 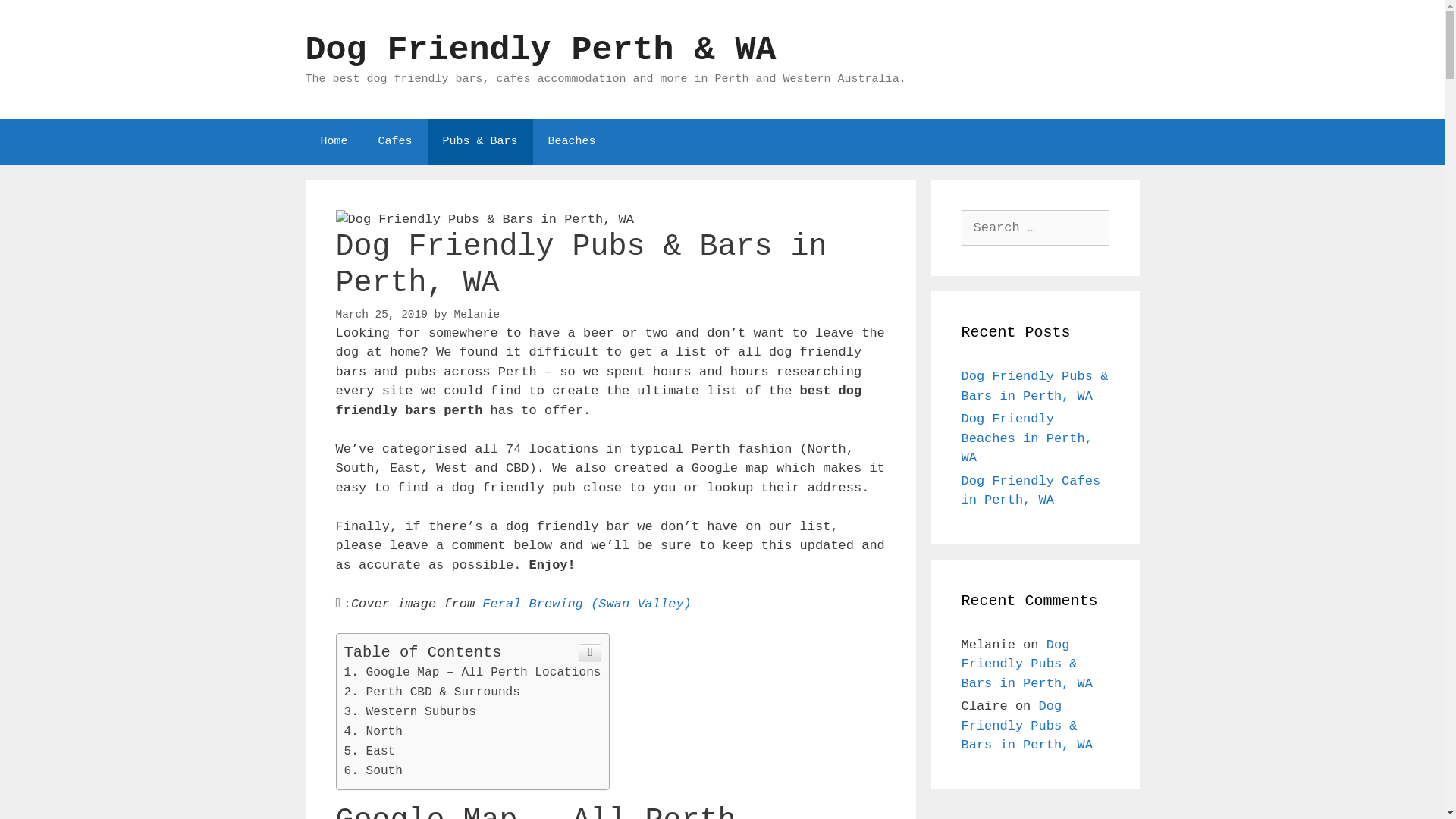 I want to click on 'Western Suburbs', so click(x=410, y=711).